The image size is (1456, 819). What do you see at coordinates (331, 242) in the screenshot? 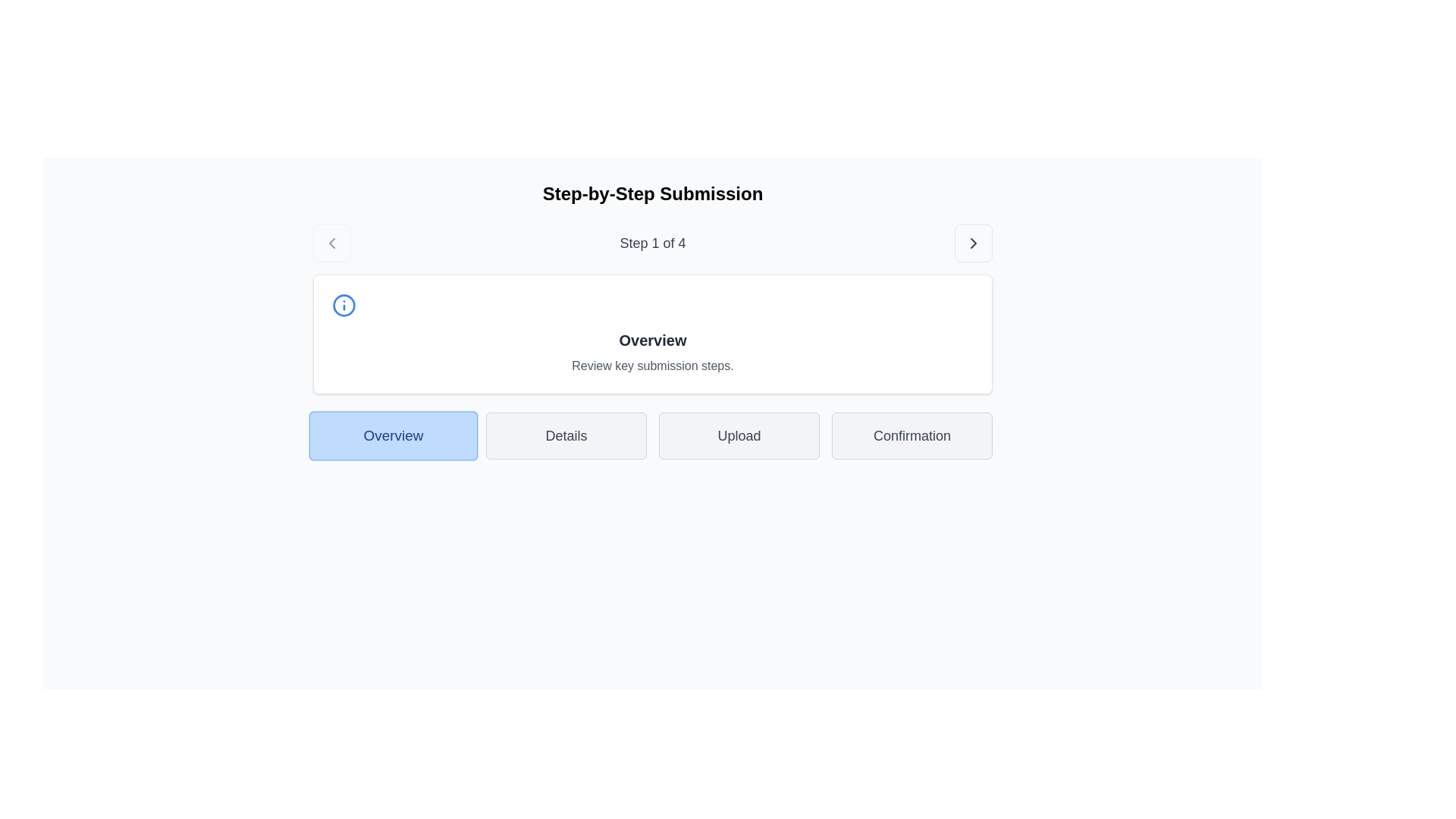
I see `the backward navigation button located on the left side of the header section labeled 'Step 1 of 4'` at bounding box center [331, 242].